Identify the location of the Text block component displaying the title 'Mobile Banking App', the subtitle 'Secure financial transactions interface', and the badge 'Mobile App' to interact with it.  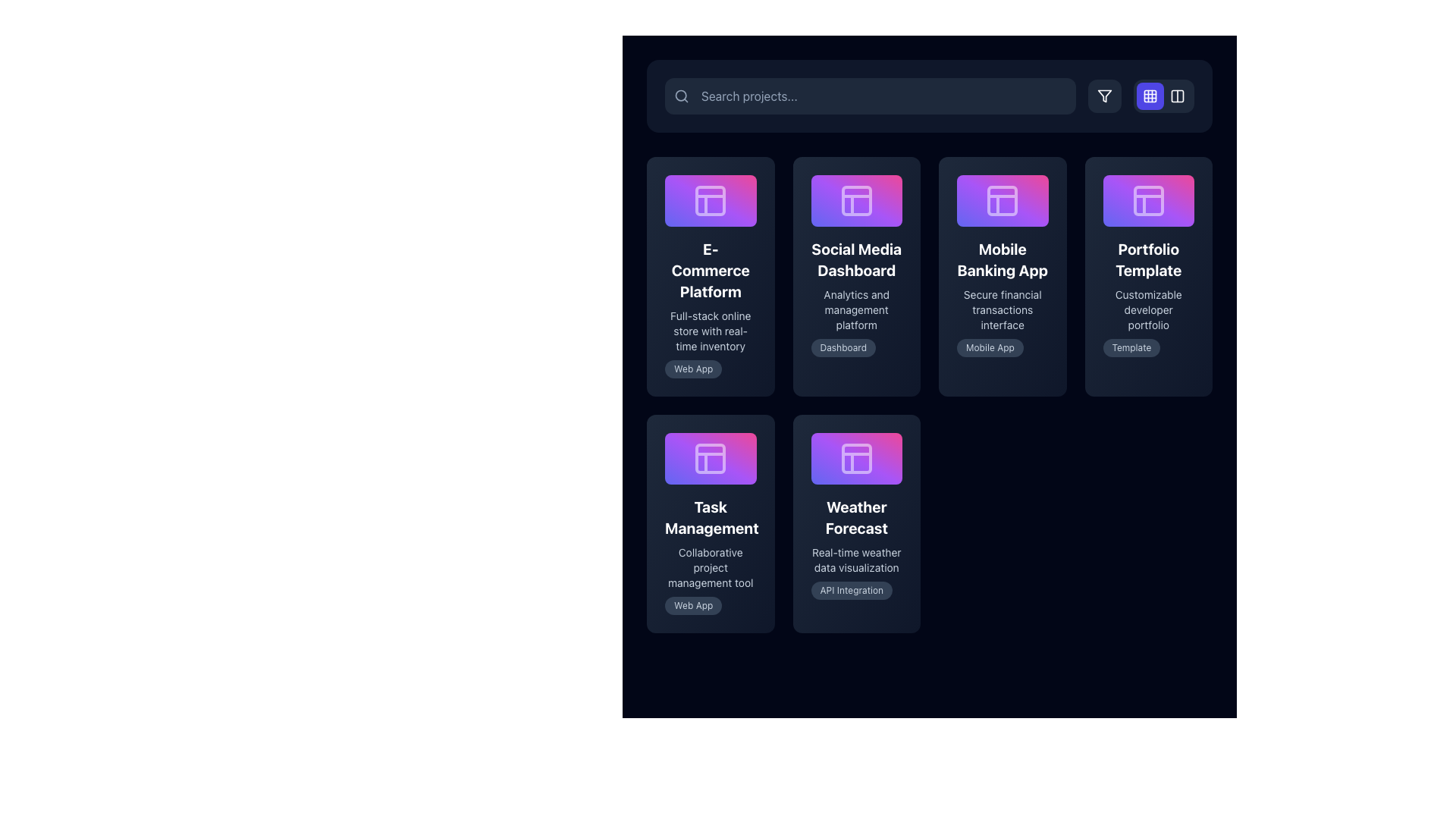
(1003, 297).